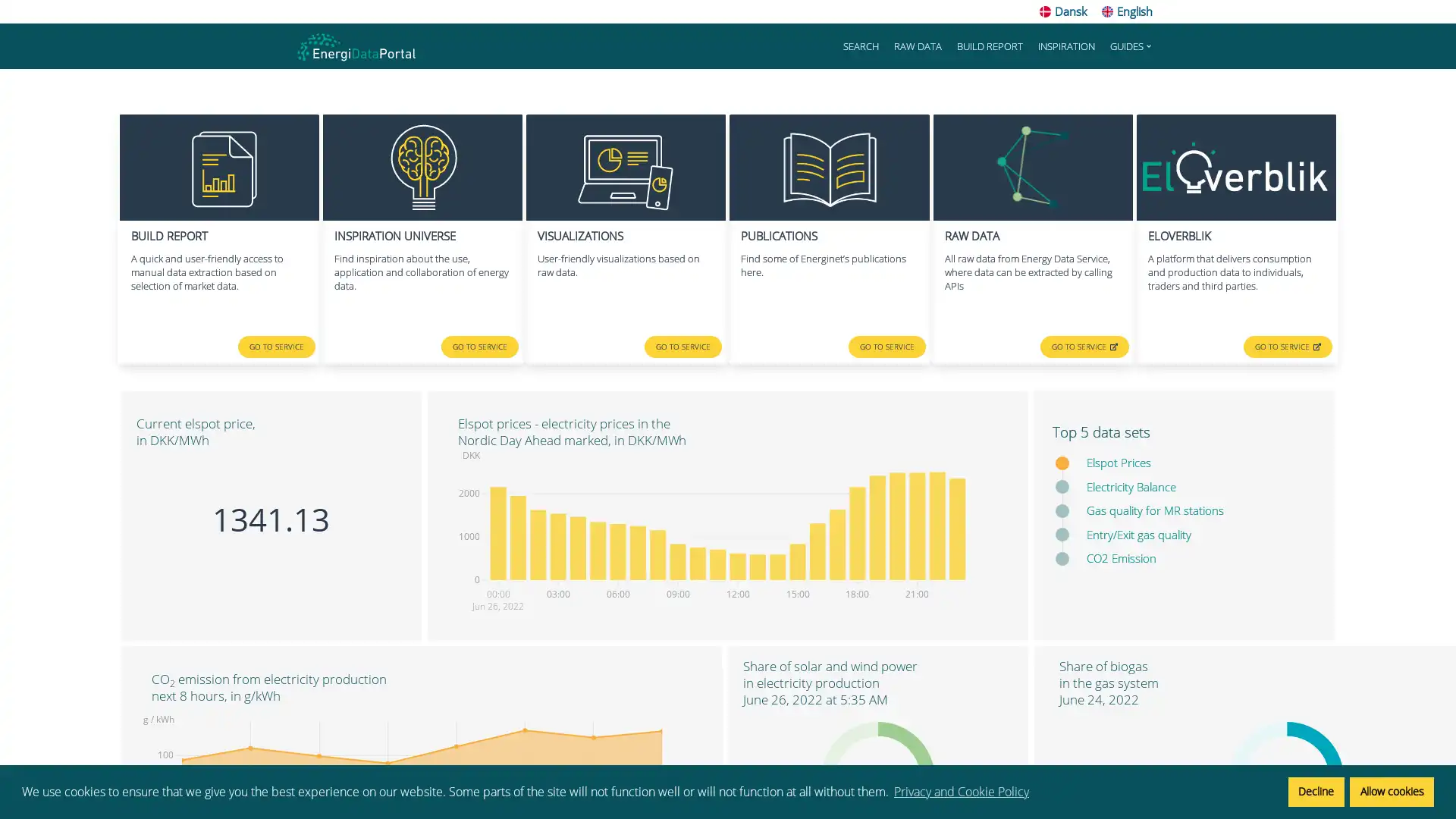 The height and width of the screenshot is (819, 1456). Describe the element at coordinates (1131, 45) in the screenshot. I see `GUIDES` at that location.